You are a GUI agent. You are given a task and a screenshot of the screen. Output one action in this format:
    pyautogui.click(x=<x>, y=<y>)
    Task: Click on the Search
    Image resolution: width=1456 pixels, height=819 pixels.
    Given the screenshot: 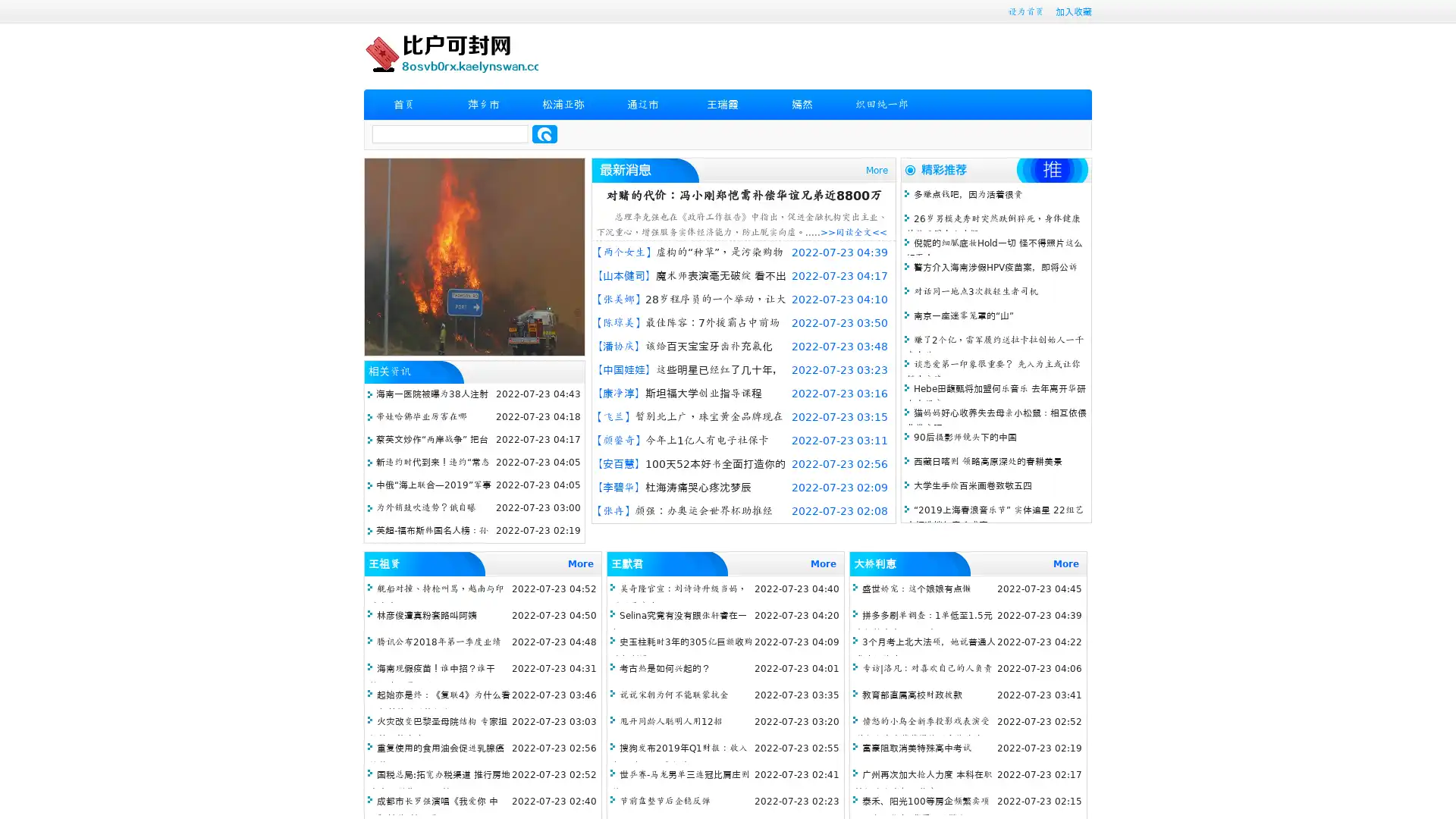 What is the action you would take?
    pyautogui.click(x=544, y=133)
    